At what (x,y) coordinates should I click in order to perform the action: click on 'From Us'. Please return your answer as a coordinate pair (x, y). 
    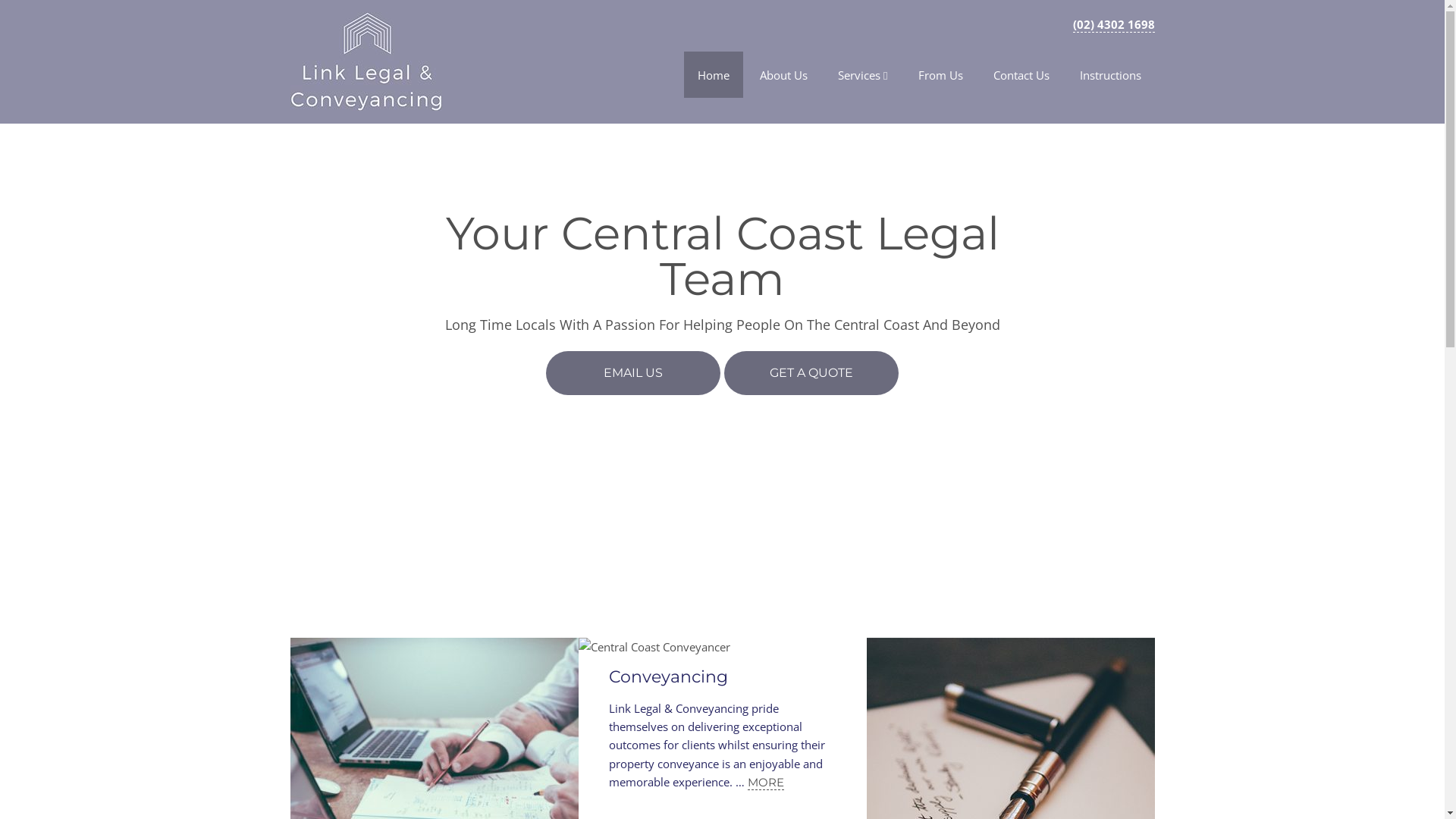
    Looking at the image, I should click on (903, 74).